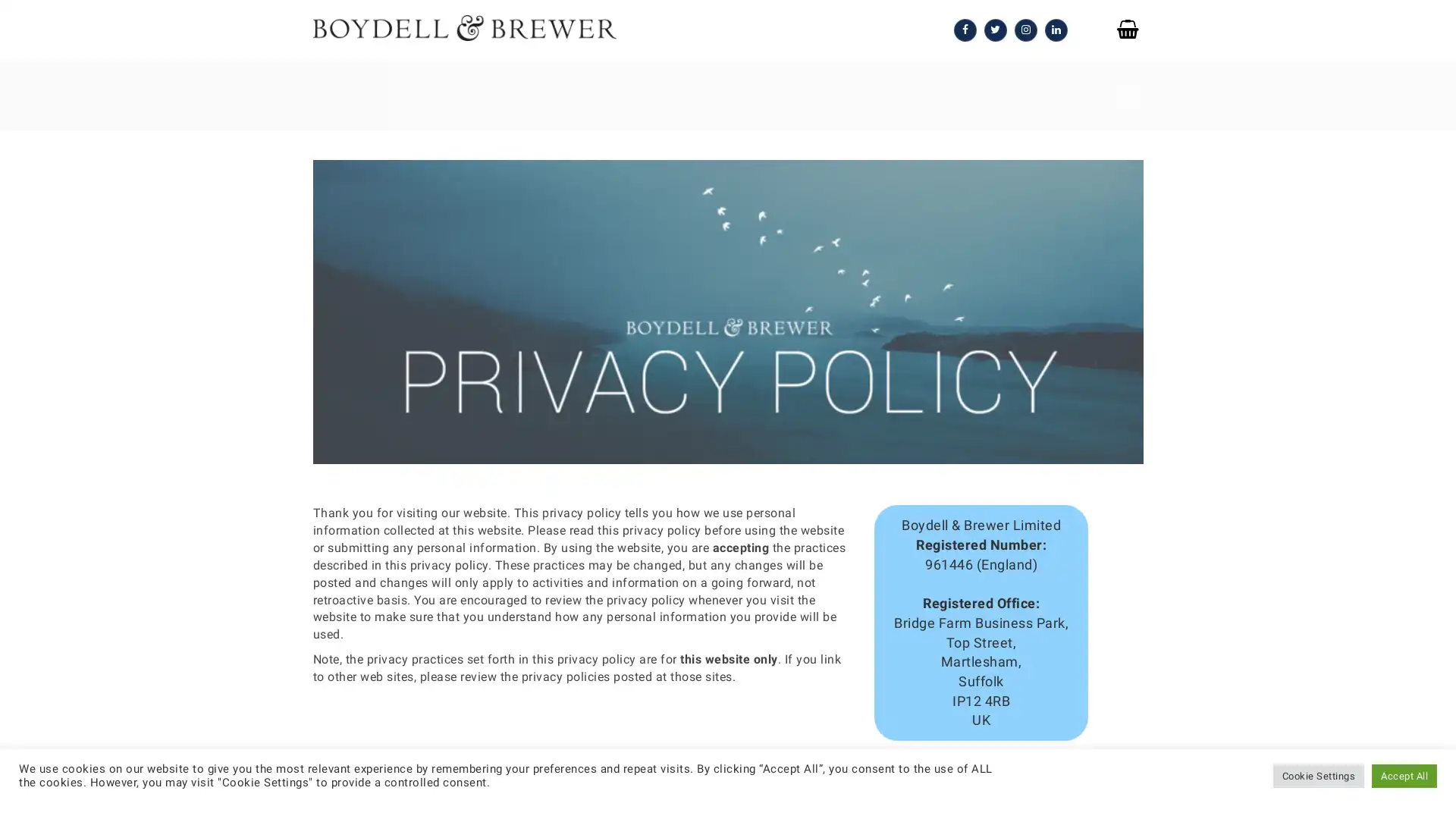  Describe the element at coordinates (1099, 84) in the screenshot. I see `SEARCH` at that location.